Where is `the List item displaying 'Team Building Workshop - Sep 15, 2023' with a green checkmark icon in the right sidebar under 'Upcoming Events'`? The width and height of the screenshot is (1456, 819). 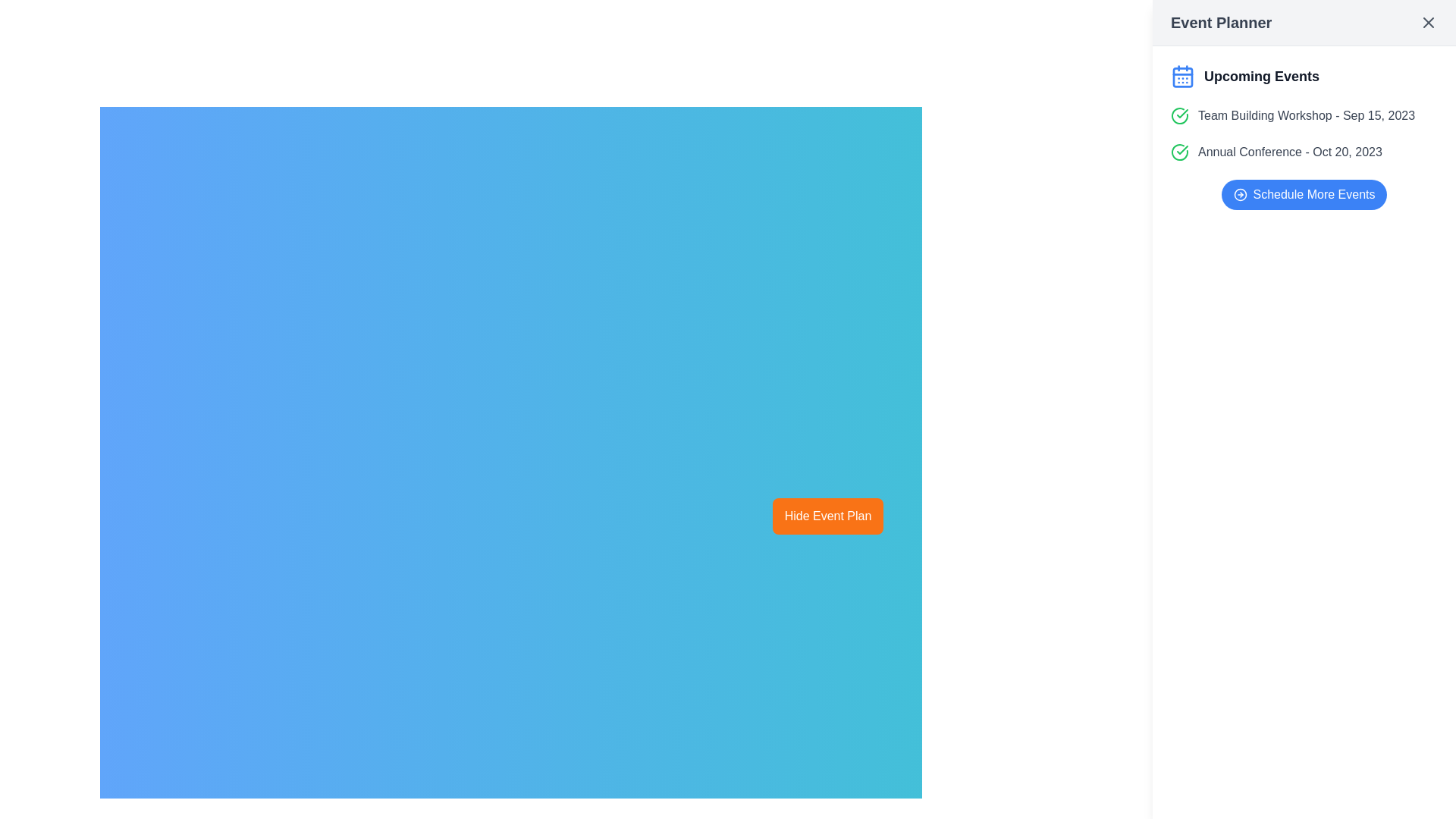
the List item displaying 'Team Building Workshop - Sep 15, 2023' with a green checkmark icon in the right sidebar under 'Upcoming Events' is located at coordinates (1303, 115).